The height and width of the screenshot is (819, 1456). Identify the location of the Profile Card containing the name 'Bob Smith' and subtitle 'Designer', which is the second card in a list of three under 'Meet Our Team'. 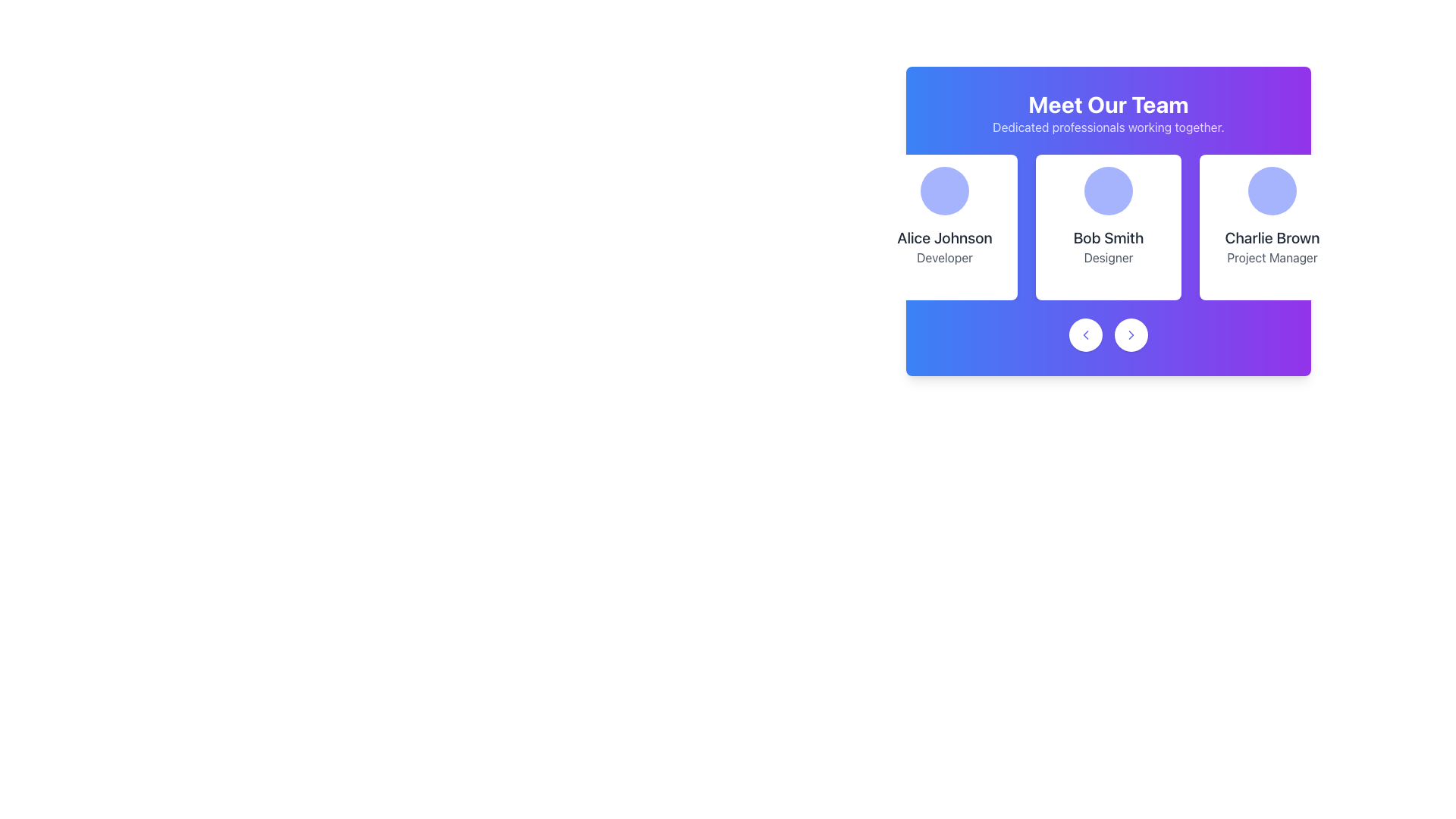
(1109, 227).